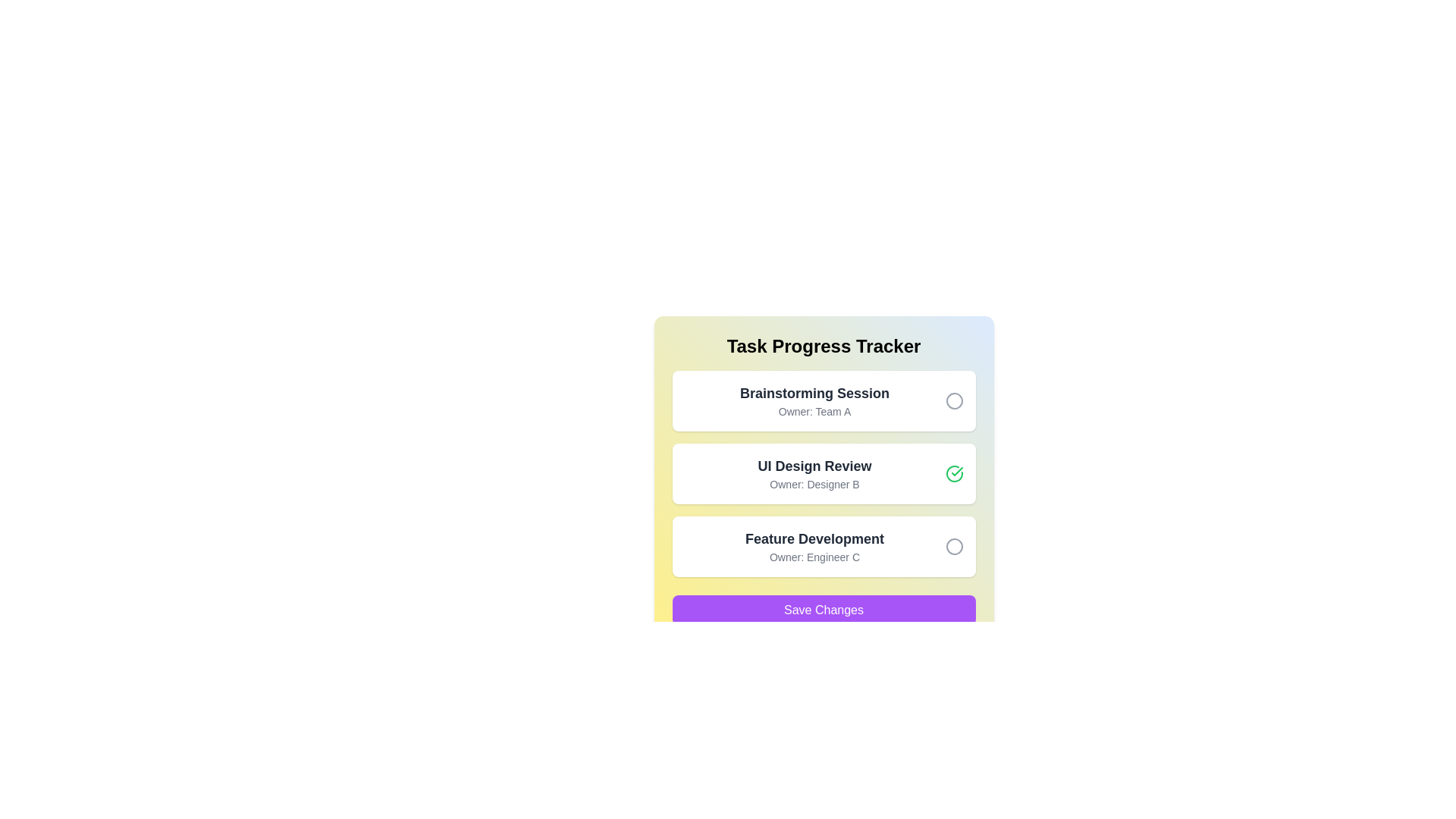 This screenshot has height=819, width=1456. What do you see at coordinates (814, 393) in the screenshot?
I see `the text element labeled 'Brainstorming Session'` at bounding box center [814, 393].